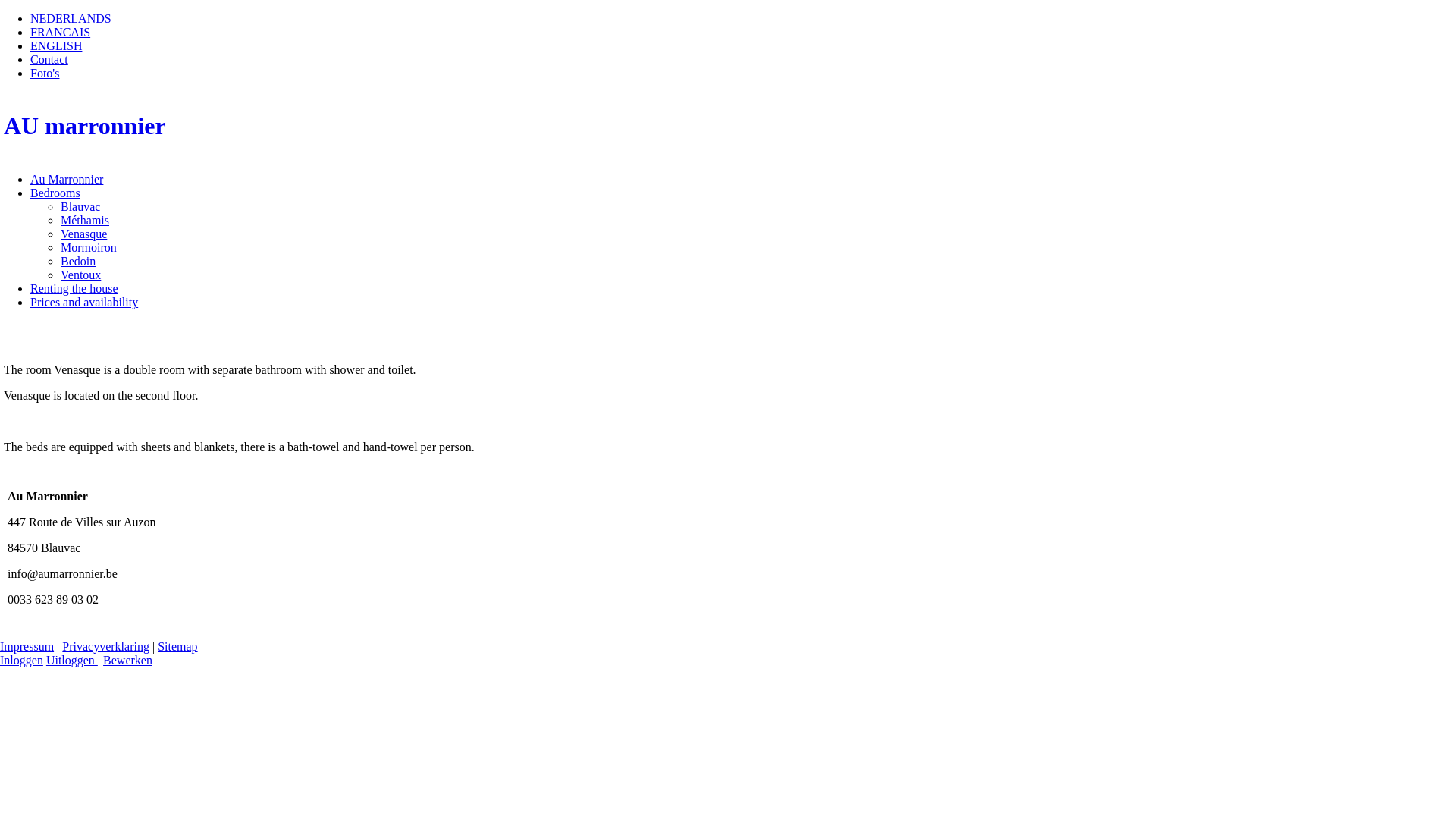 This screenshot has height=819, width=1456. Describe the element at coordinates (21, 659) in the screenshot. I see `'Inloggen'` at that location.